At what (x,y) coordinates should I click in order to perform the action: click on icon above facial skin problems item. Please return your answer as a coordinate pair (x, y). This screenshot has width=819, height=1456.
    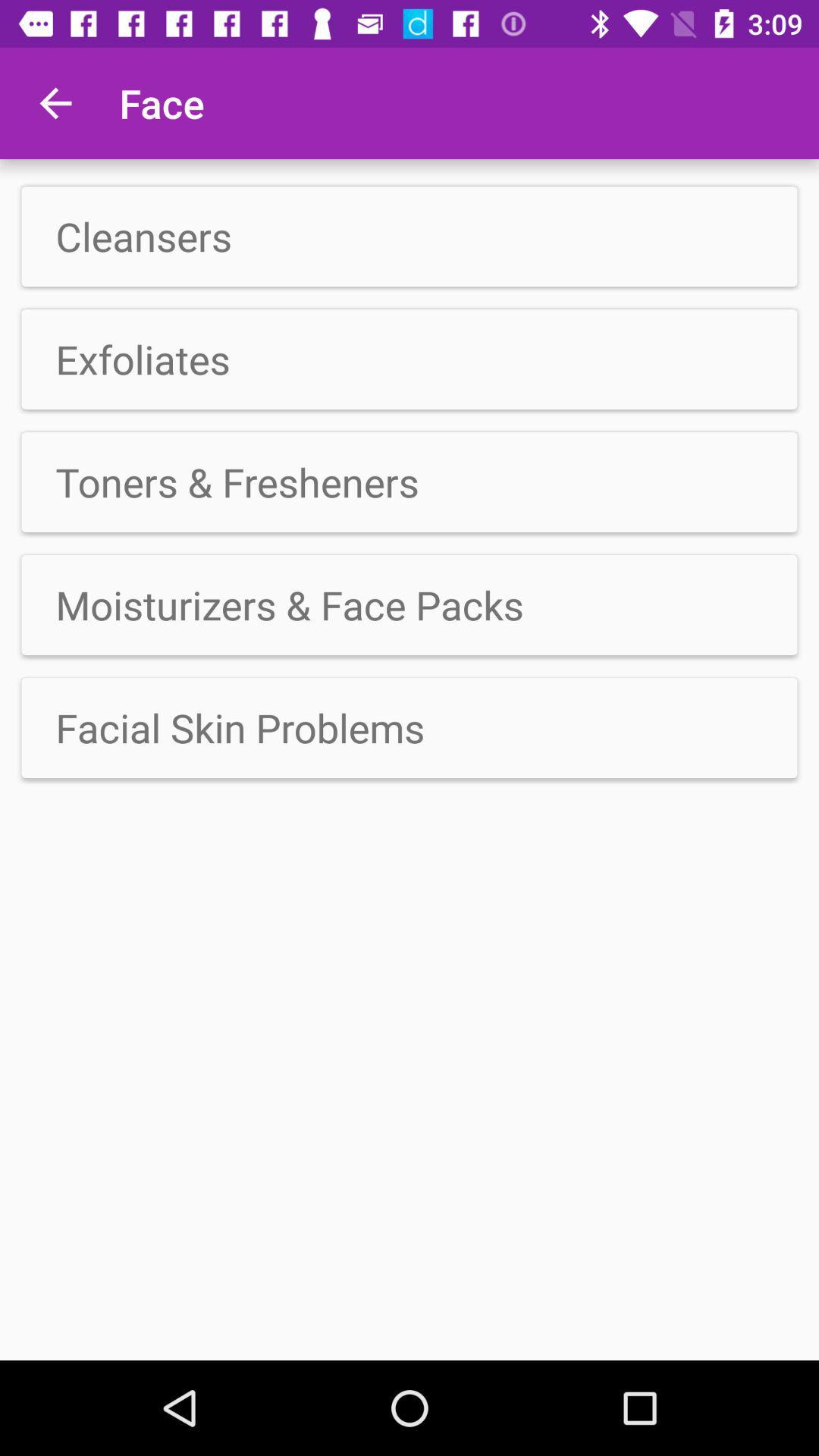
    Looking at the image, I should click on (409, 604).